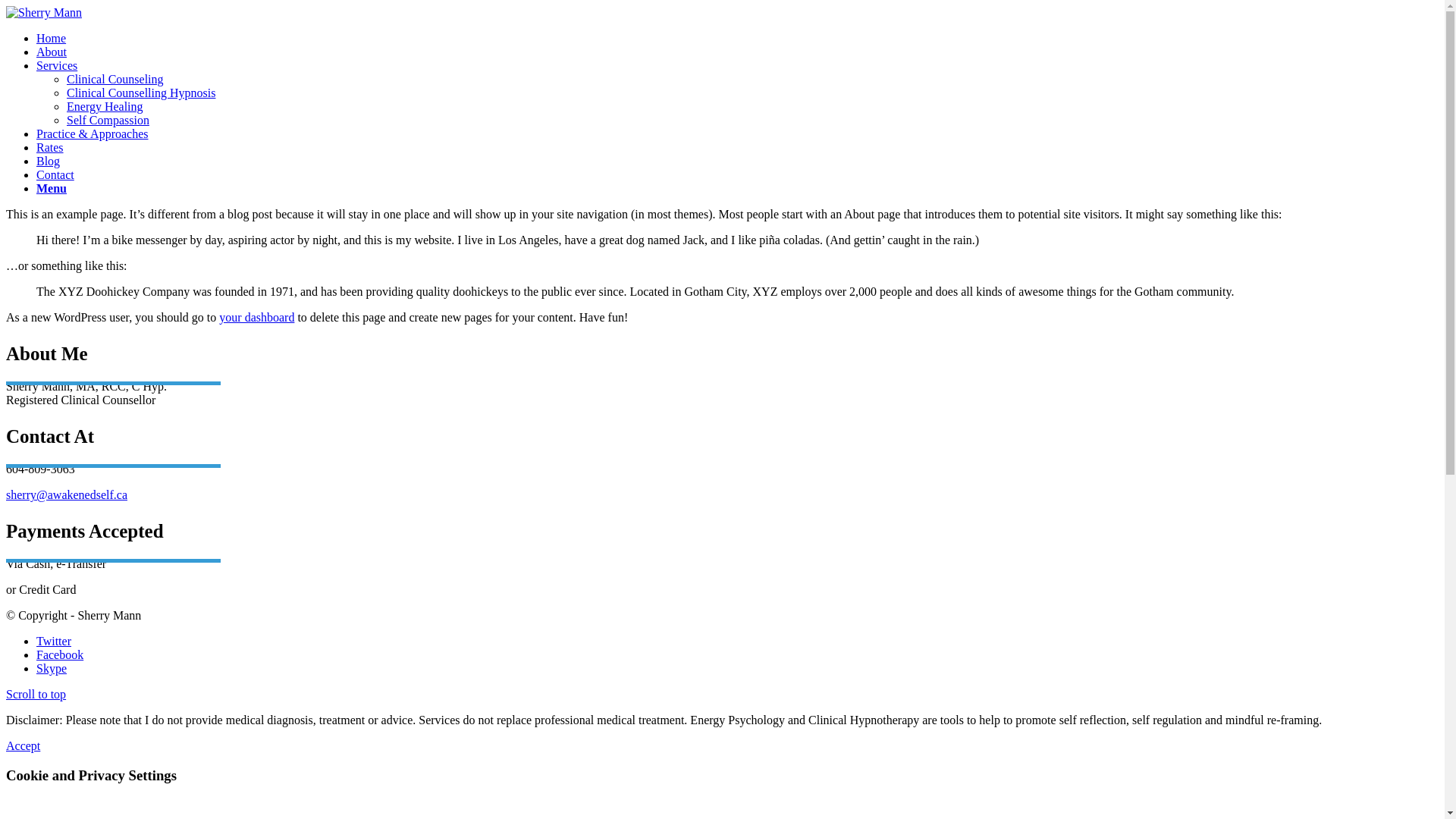 This screenshot has width=1456, height=819. What do you see at coordinates (107, 119) in the screenshot?
I see `'Self Compassion'` at bounding box center [107, 119].